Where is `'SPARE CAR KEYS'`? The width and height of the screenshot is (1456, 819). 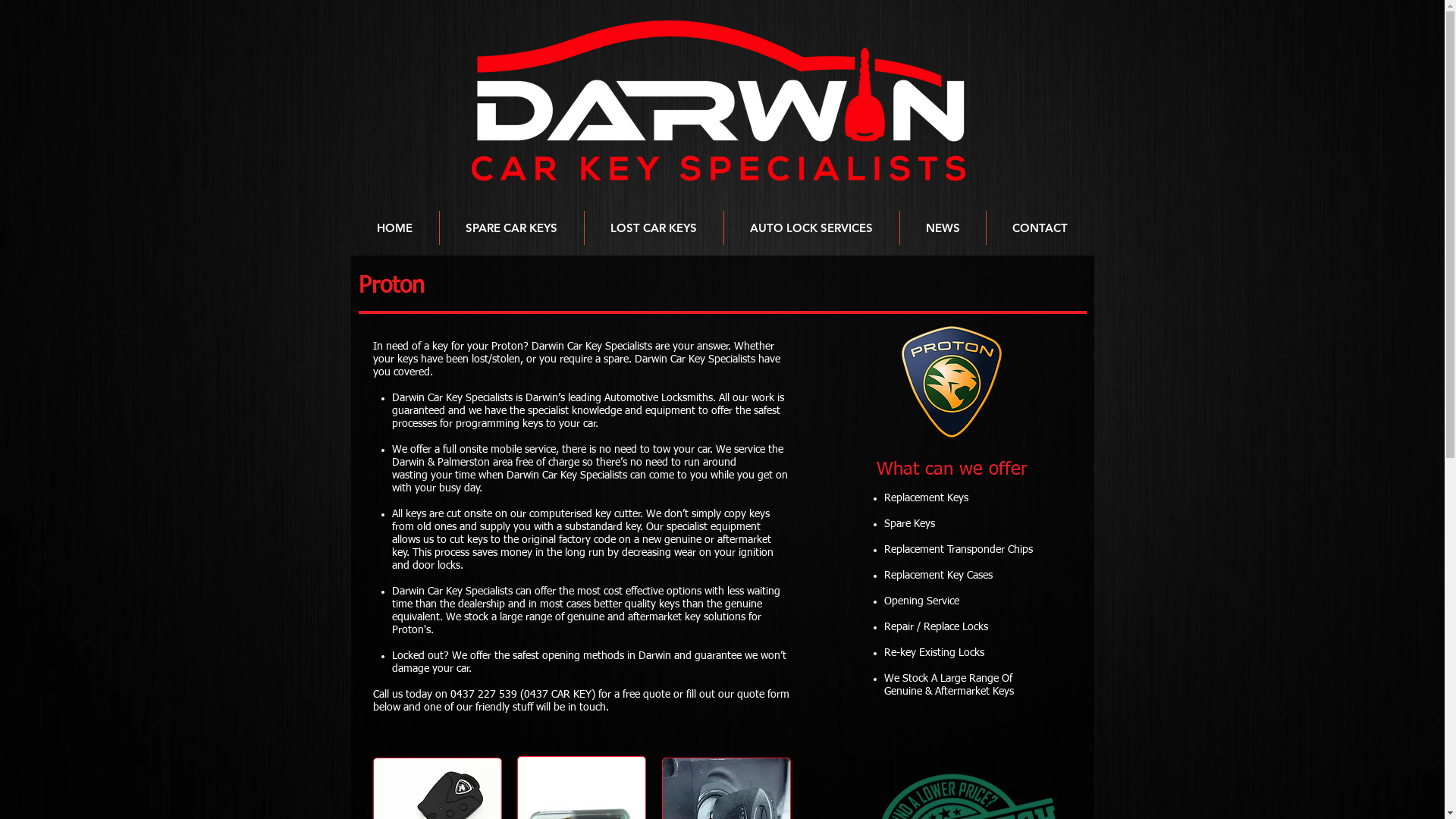
'SPARE CAR KEYS' is located at coordinates (512, 227).